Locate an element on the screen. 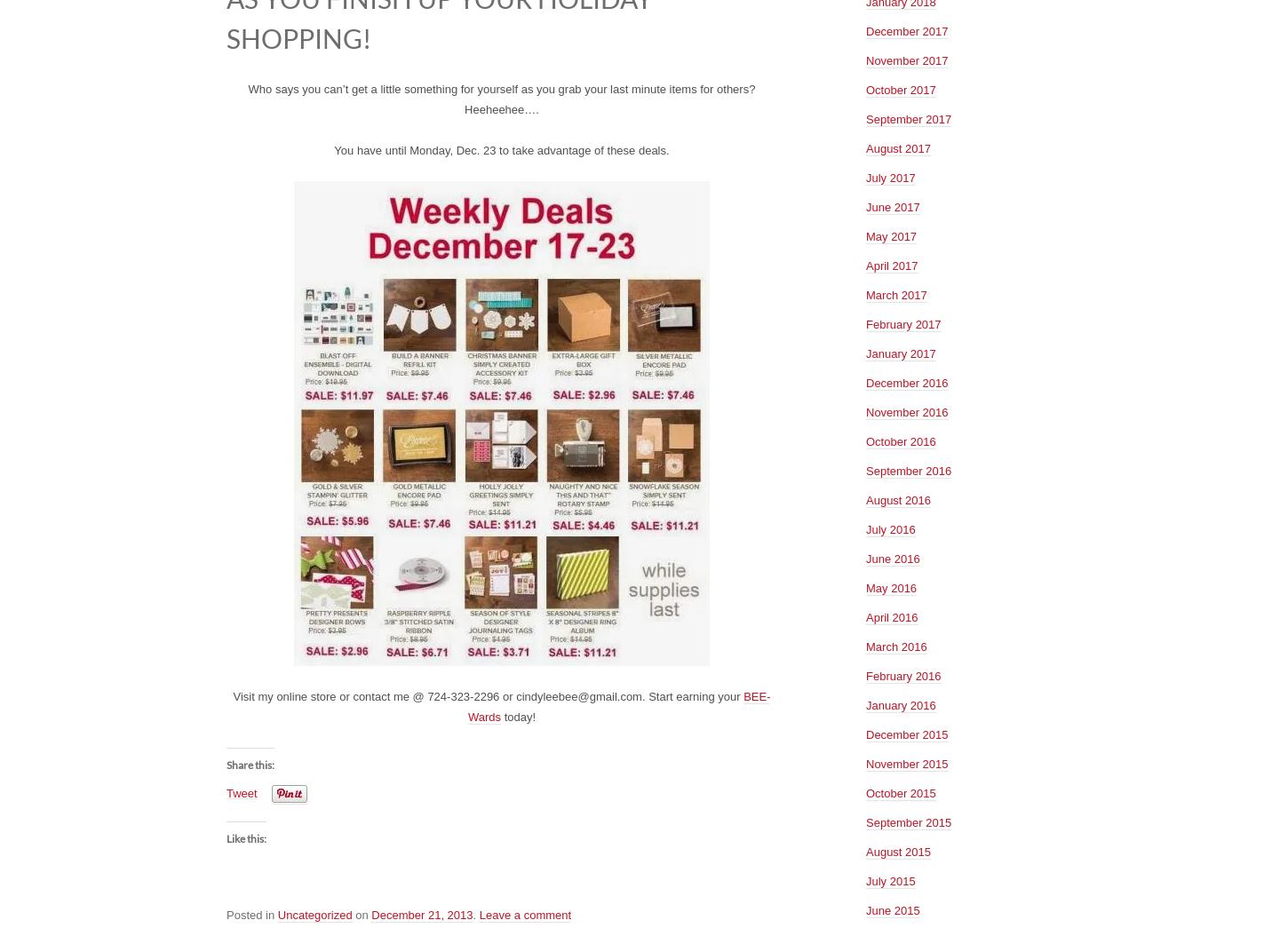 This screenshot has height=936, width=1288. 'September 2017' is located at coordinates (908, 118).